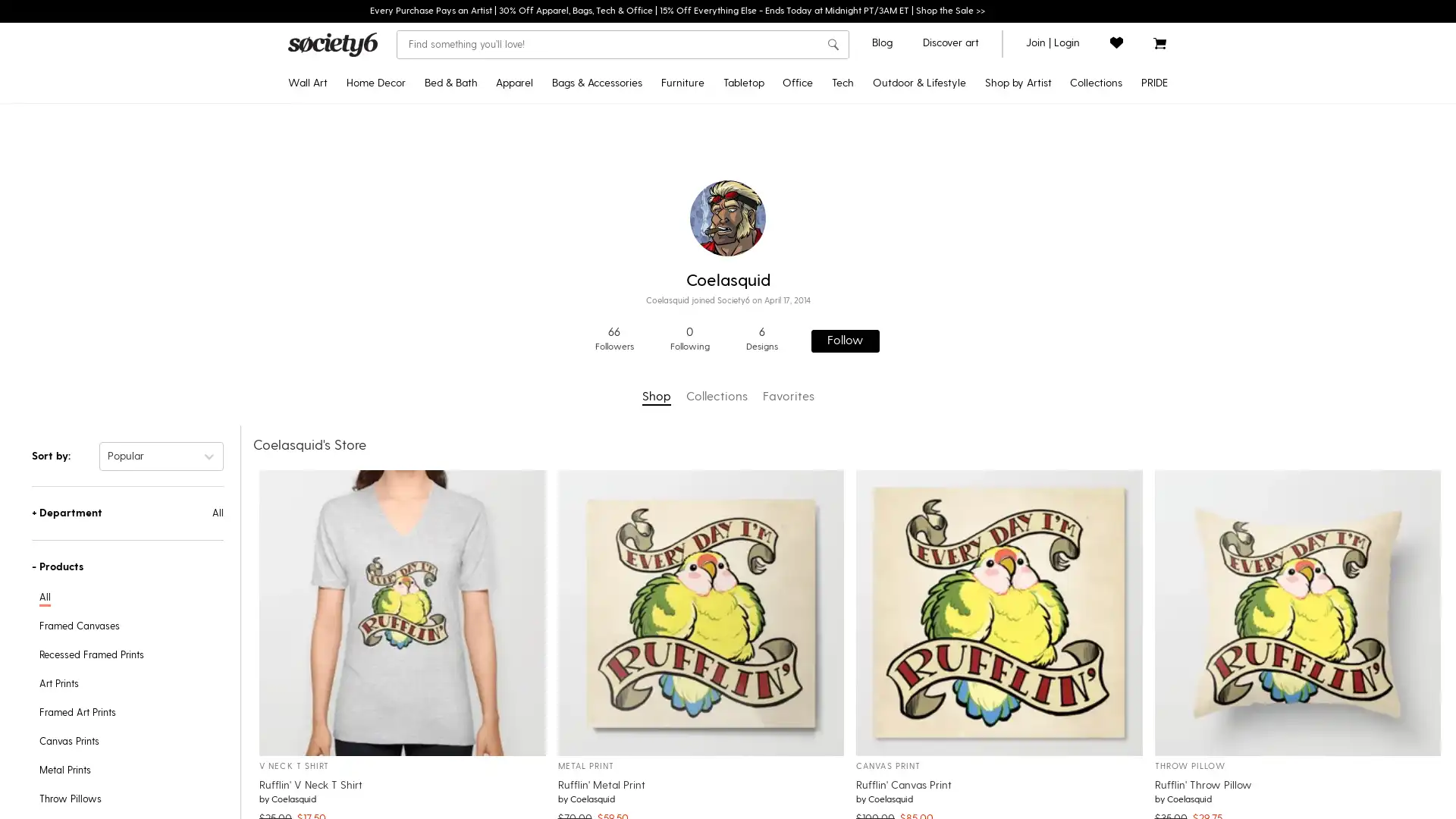  Describe the element at coordinates (835, 171) in the screenshot. I see `Notebooks` at that location.